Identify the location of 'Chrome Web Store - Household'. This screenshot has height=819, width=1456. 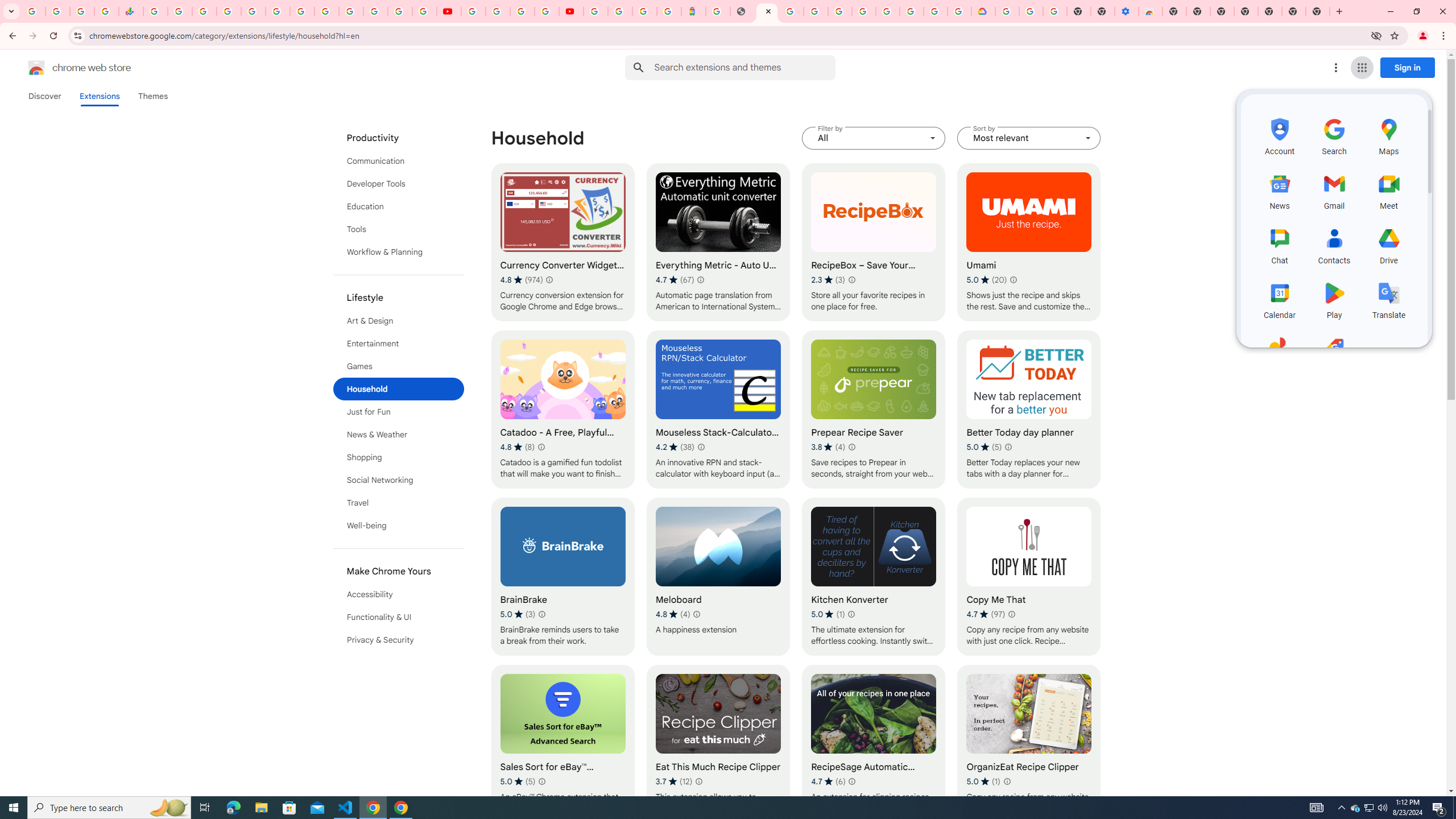
(767, 11).